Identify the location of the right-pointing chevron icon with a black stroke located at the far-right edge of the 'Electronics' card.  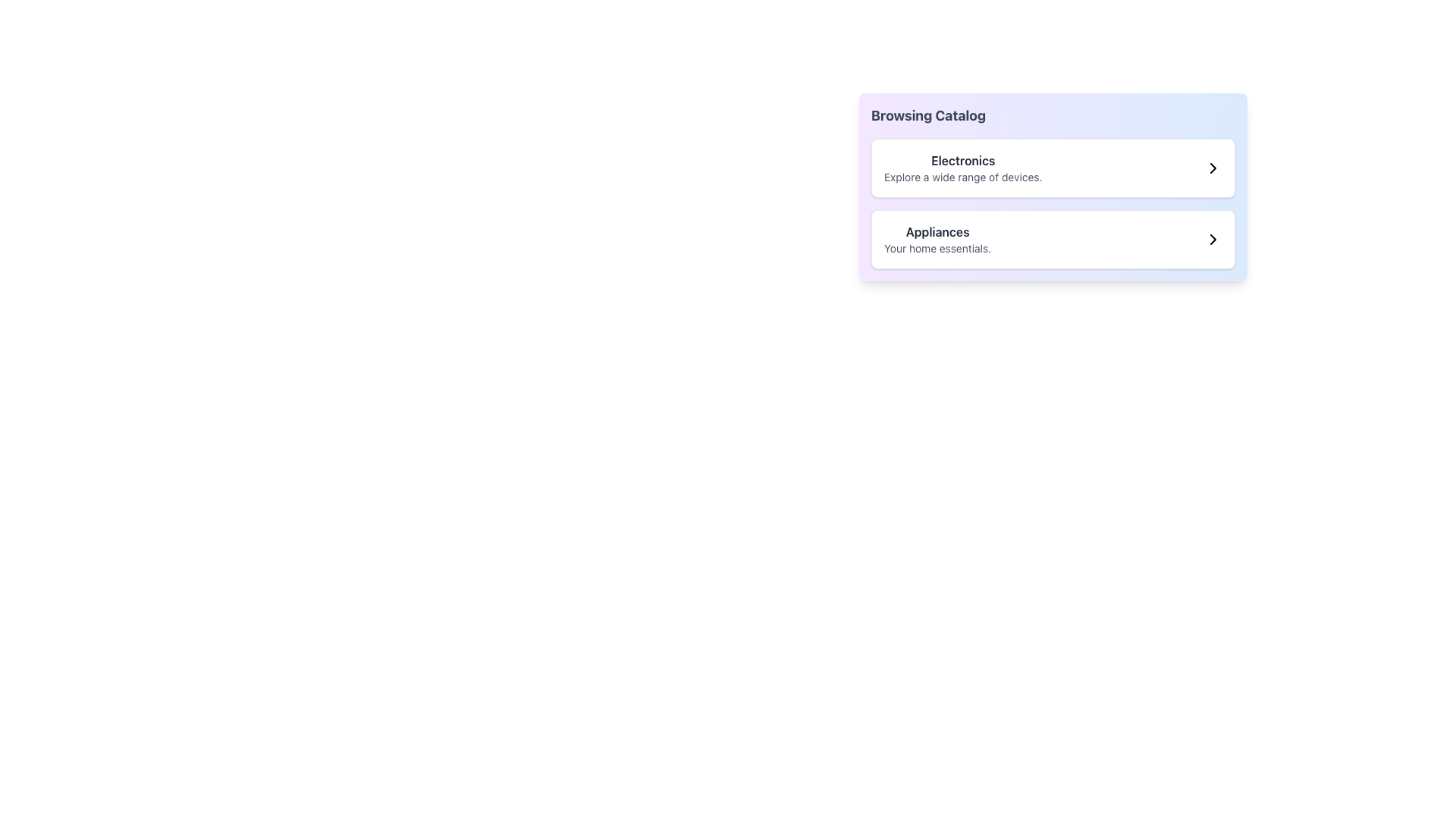
(1212, 168).